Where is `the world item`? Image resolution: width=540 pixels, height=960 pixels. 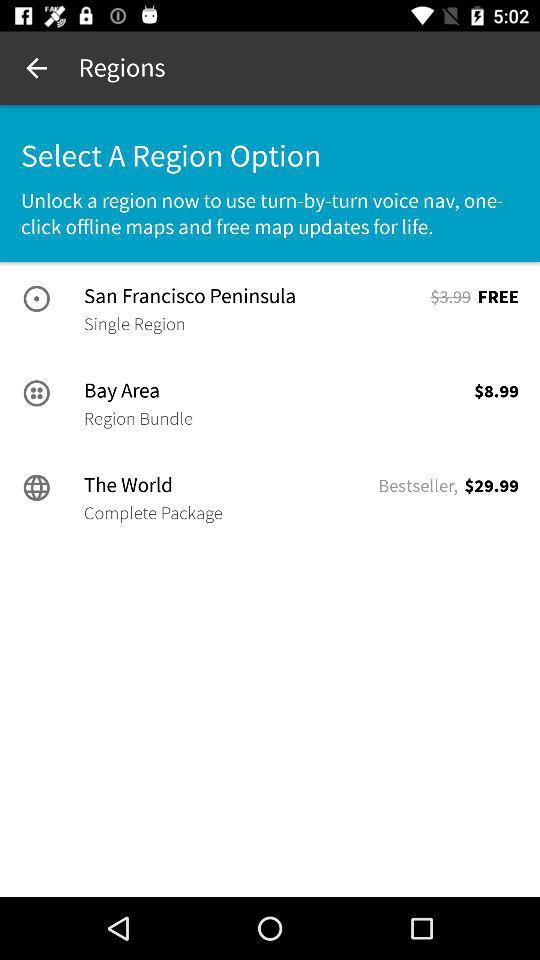
the world item is located at coordinates (228, 484).